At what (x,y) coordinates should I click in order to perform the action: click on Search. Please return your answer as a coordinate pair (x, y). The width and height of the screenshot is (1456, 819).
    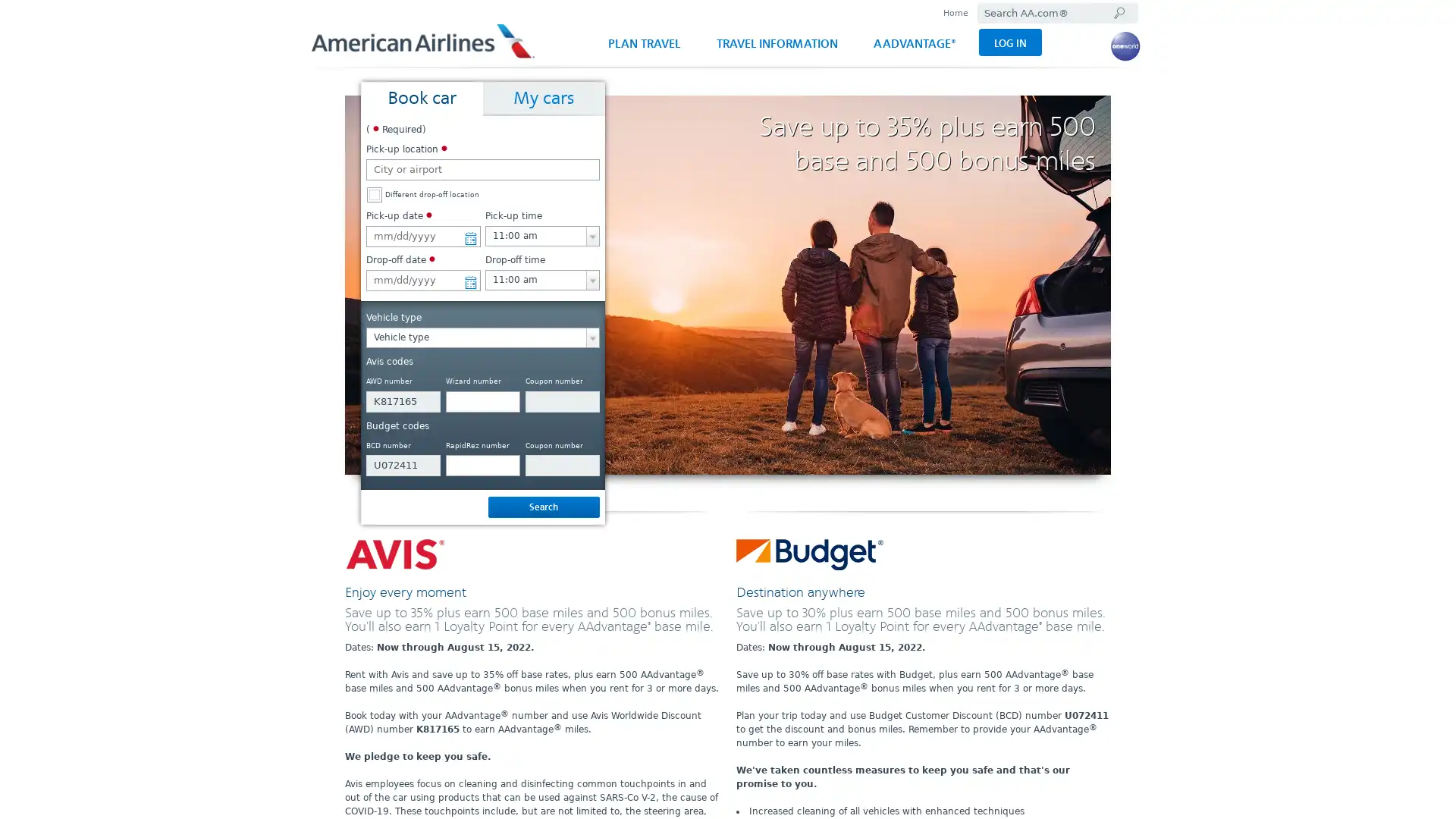
    Looking at the image, I should click on (543, 507).